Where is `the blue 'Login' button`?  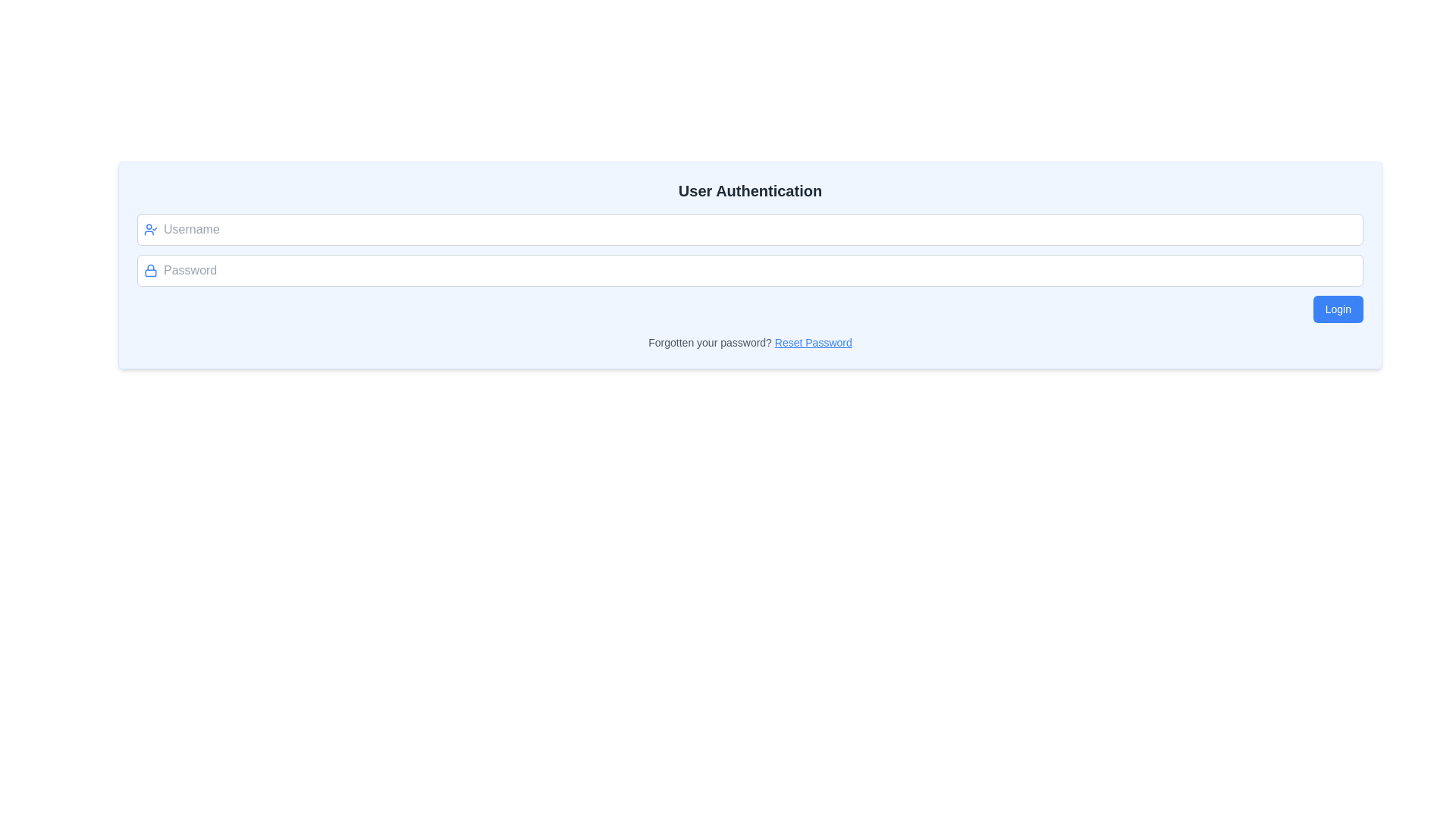
the blue 'Login' button is located at coordinates (1338, 309).